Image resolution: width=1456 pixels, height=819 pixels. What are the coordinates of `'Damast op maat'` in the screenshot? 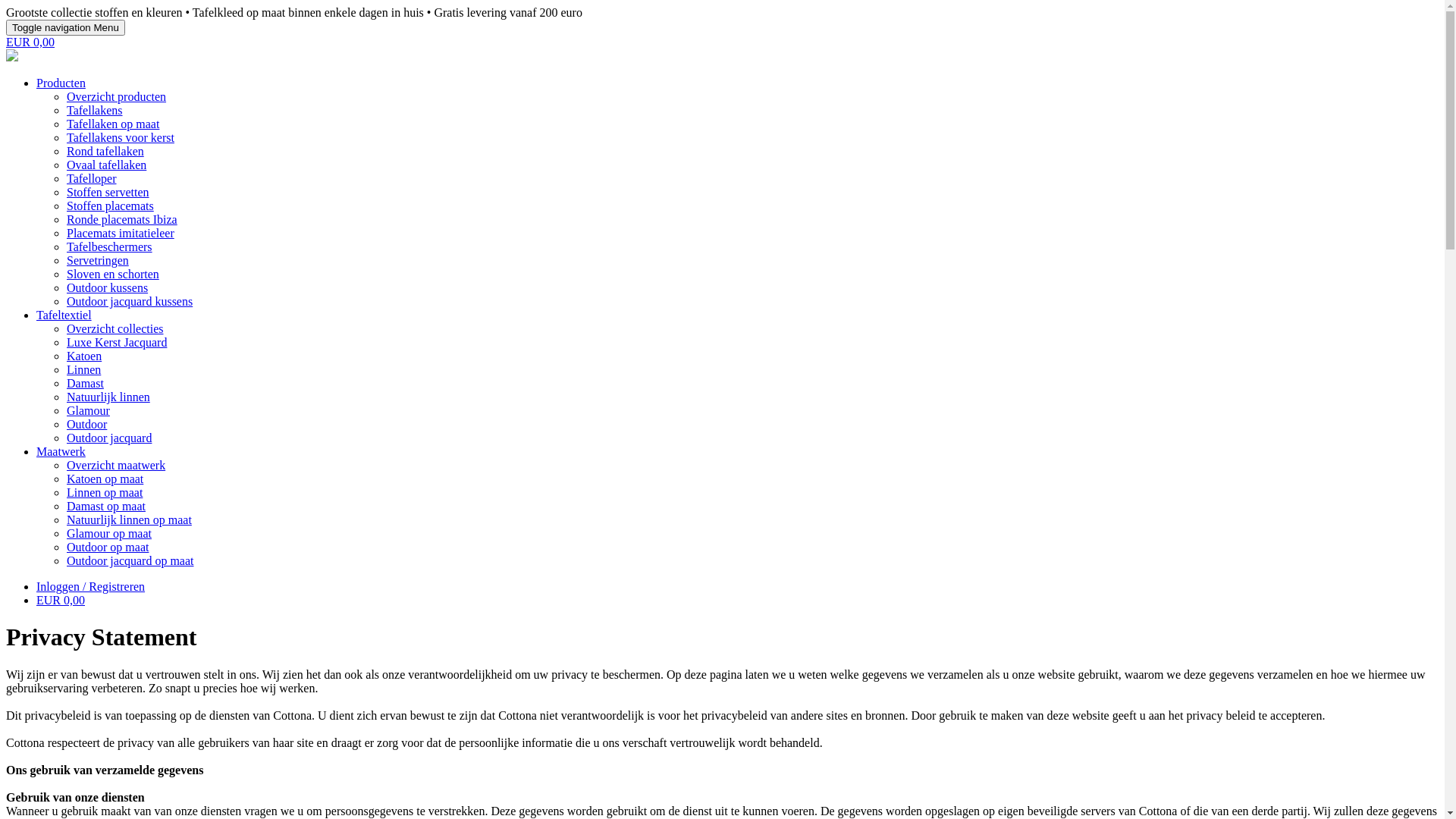 It's located at (105, 506).